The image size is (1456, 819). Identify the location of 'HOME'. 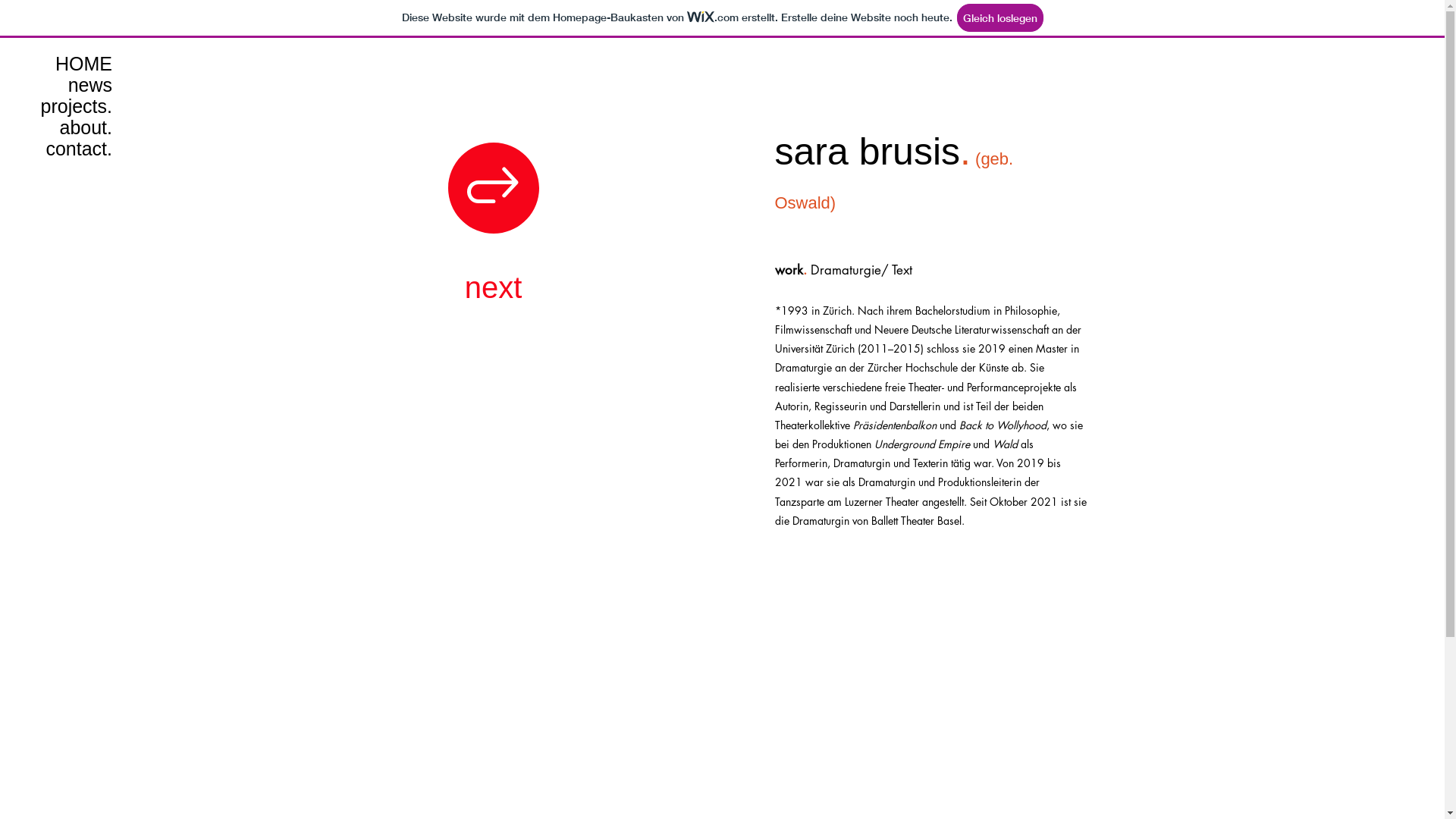
(63, 63).